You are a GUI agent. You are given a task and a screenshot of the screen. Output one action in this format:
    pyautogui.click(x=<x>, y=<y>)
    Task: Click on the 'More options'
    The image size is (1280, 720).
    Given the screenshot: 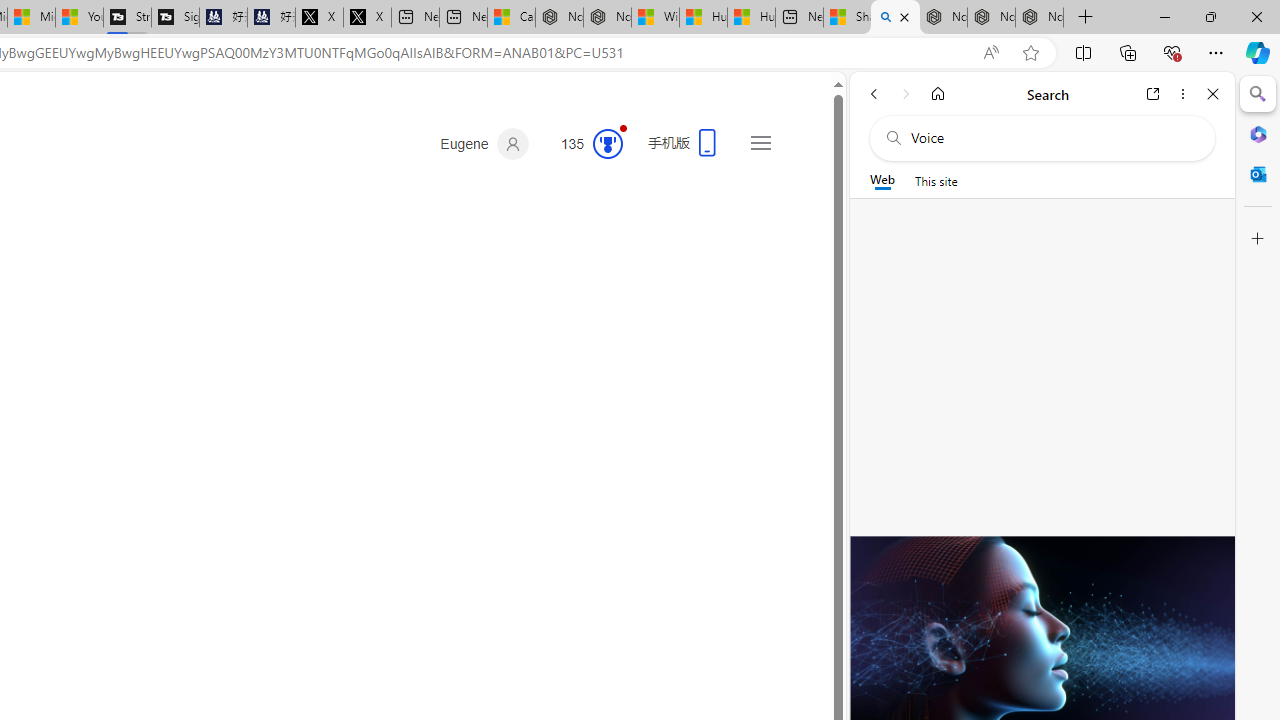 What is the action you would take?
    pyautogui.click(x=1182, y=93)
    